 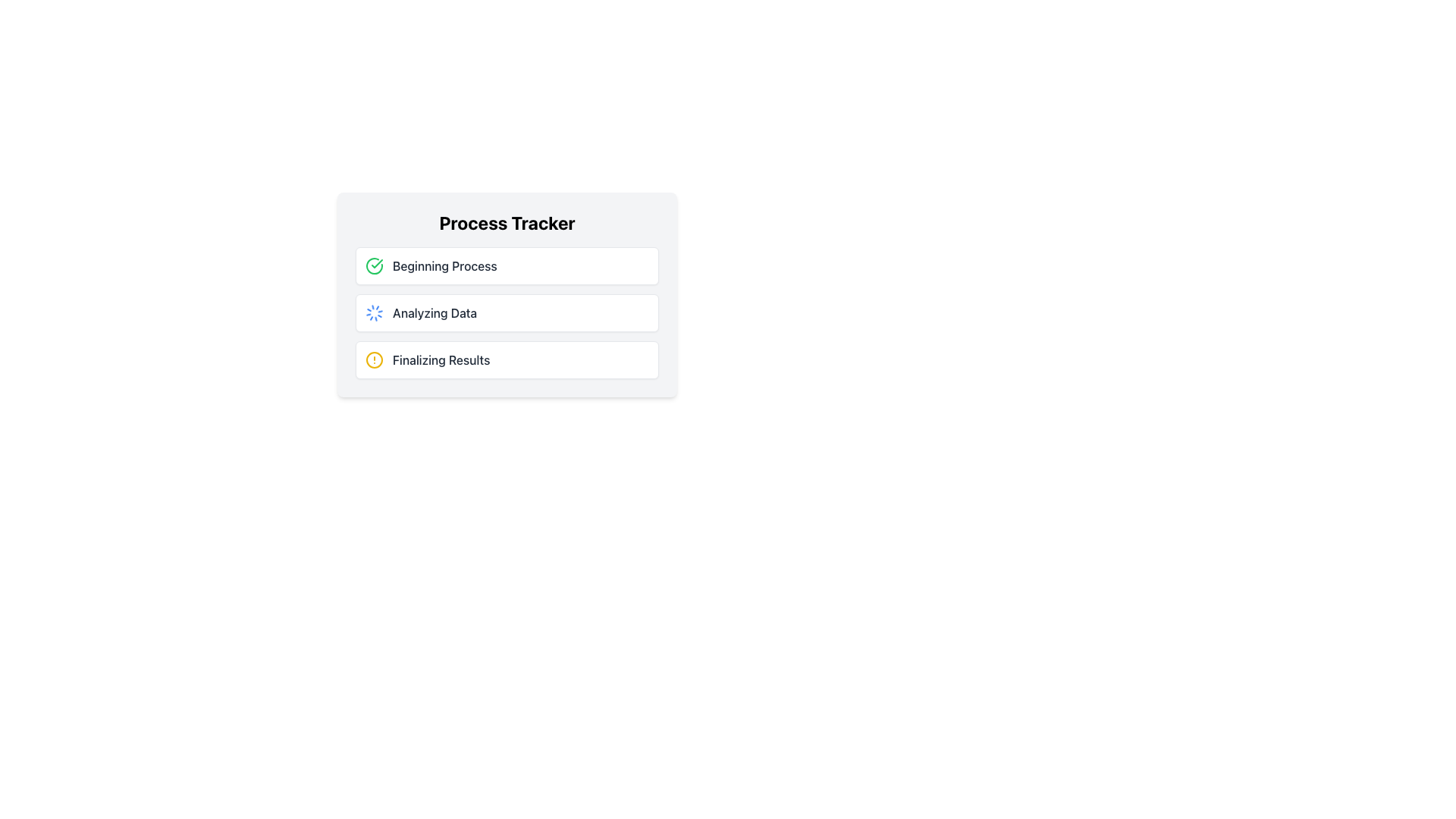 I want to click on the animated circular icon resembling a loader, which is located to the left of the text 'Analyzing Data' in the 'Process Tracker' section, so click(x=375, y=312).